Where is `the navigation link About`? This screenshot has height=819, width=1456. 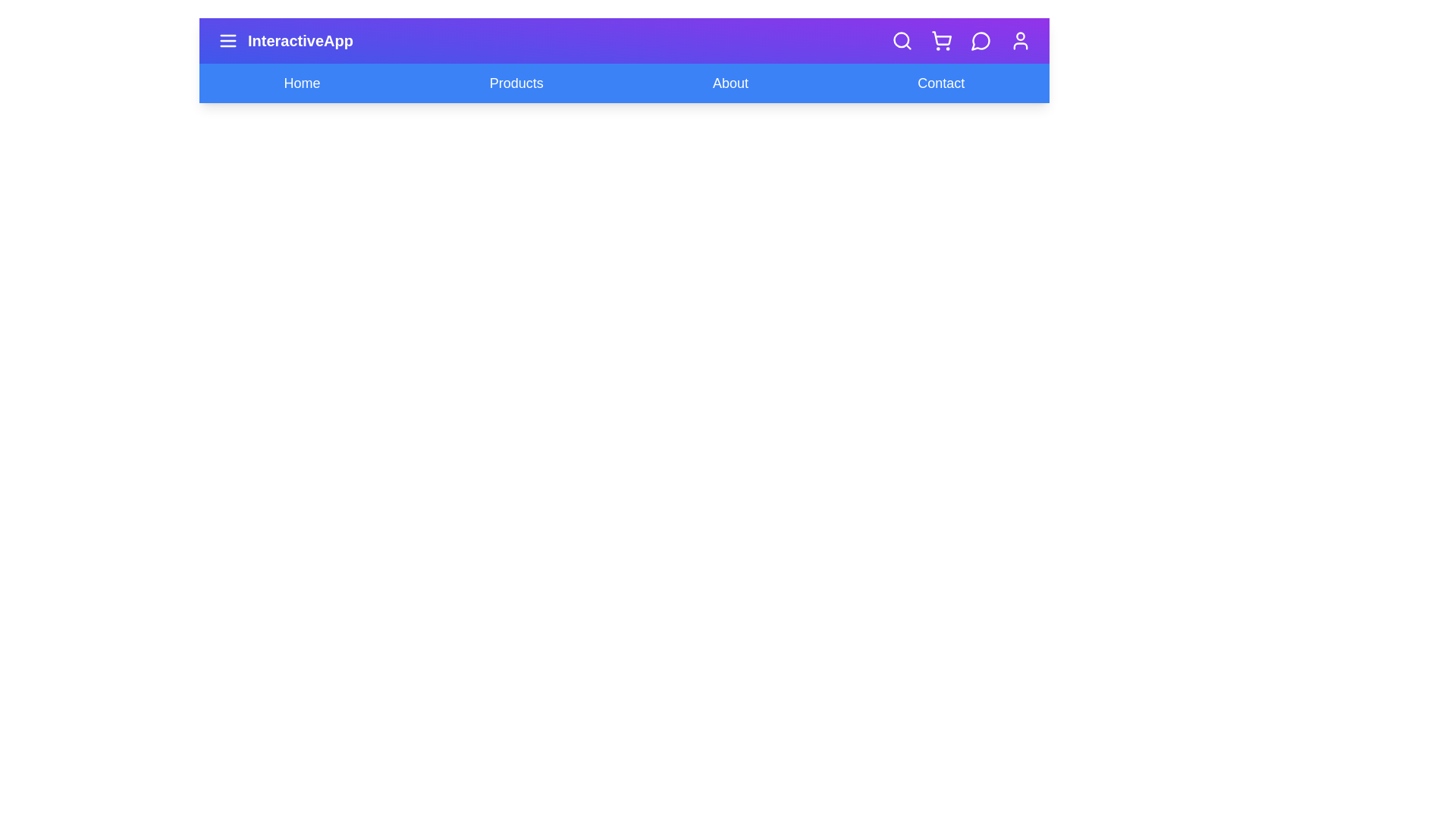 the navigation link About is located at coordinates (730, 83).